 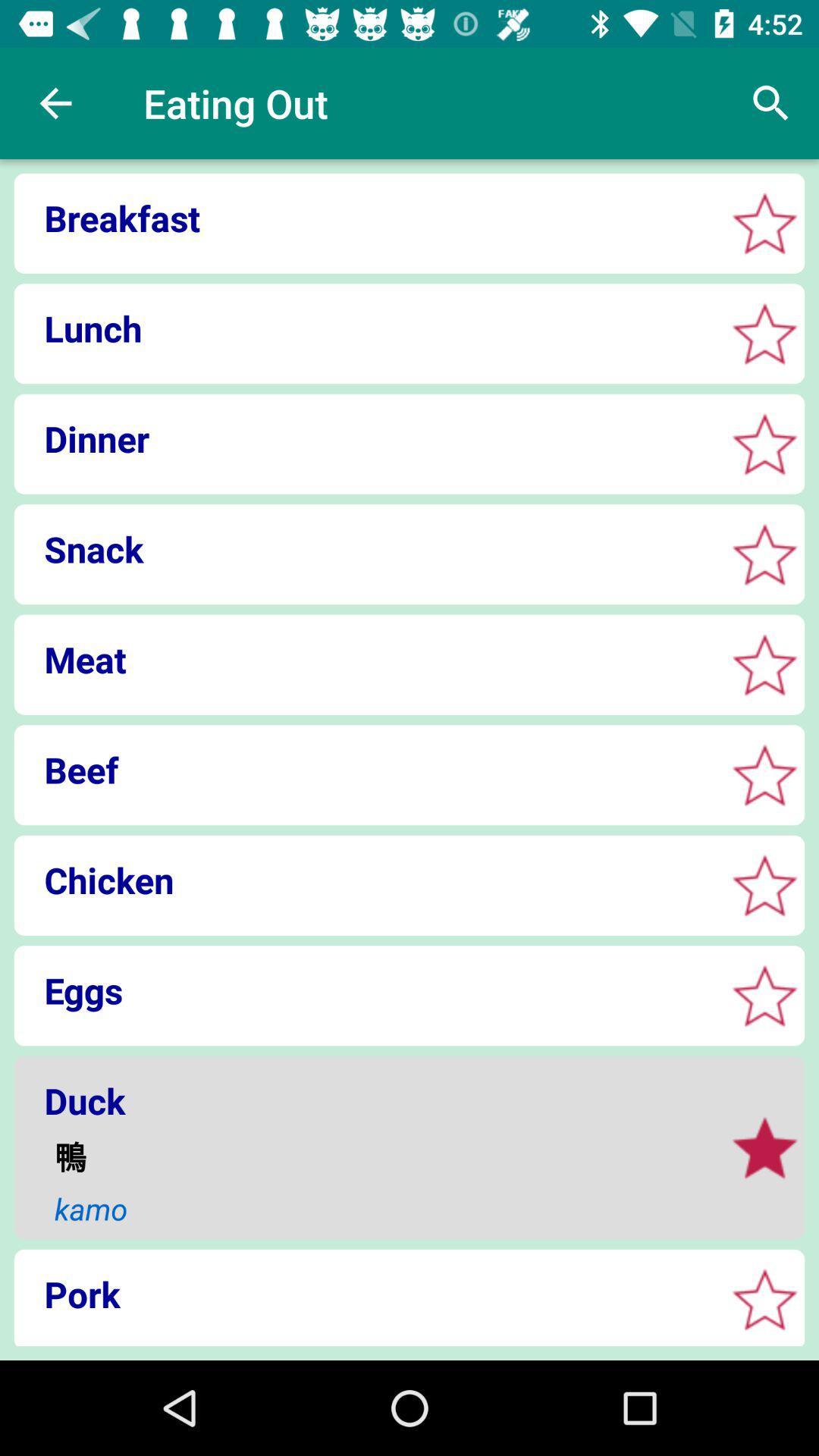 I want to click on the item above the kamo, so click(x=379, y=1156).